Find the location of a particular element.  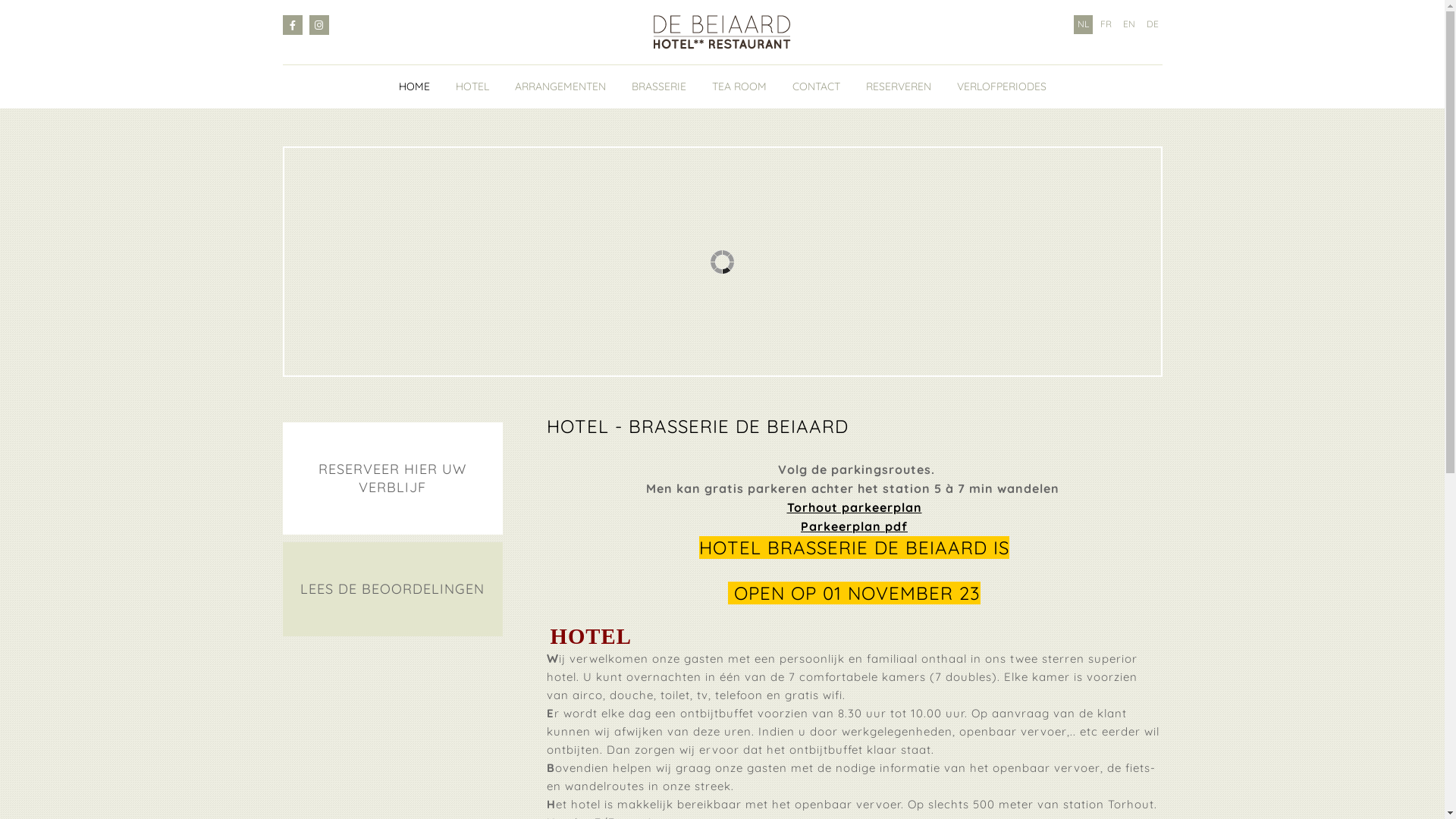

'HOTEL' is located at coordinates (471, 86).